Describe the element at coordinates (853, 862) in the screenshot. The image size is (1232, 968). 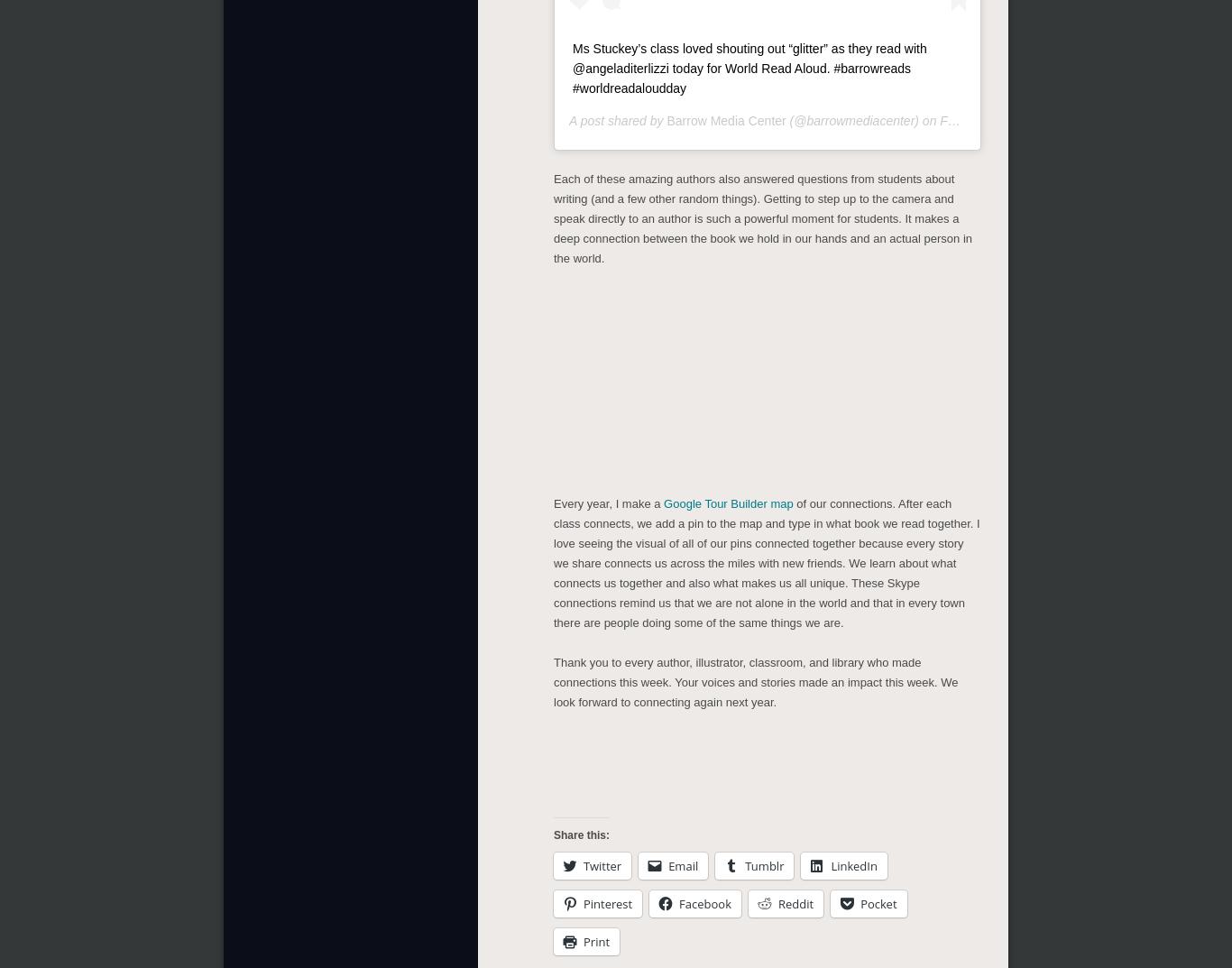
I see `'LinkedIn'` at that location.